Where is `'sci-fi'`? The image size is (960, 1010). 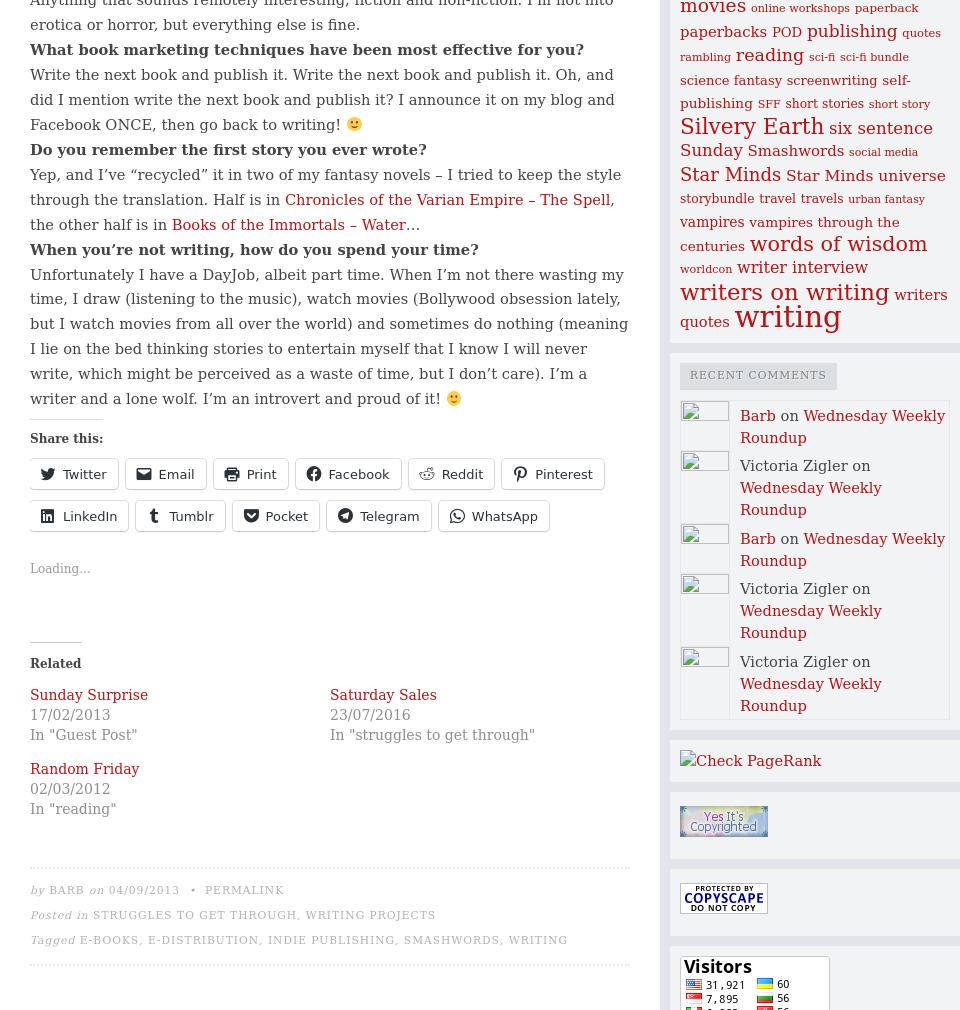 'sci-fi' is located at coordinates (821, 56).